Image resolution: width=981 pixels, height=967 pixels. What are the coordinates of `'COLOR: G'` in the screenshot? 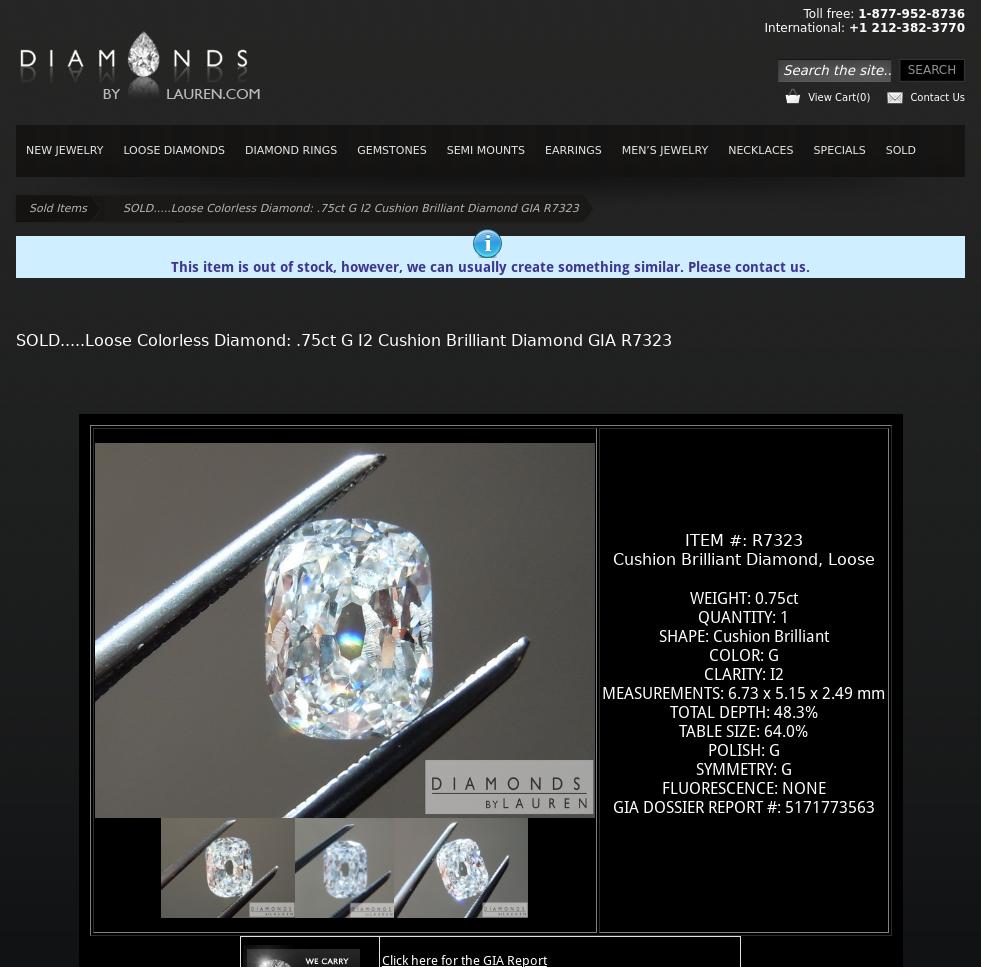 It's located at (743, 653).